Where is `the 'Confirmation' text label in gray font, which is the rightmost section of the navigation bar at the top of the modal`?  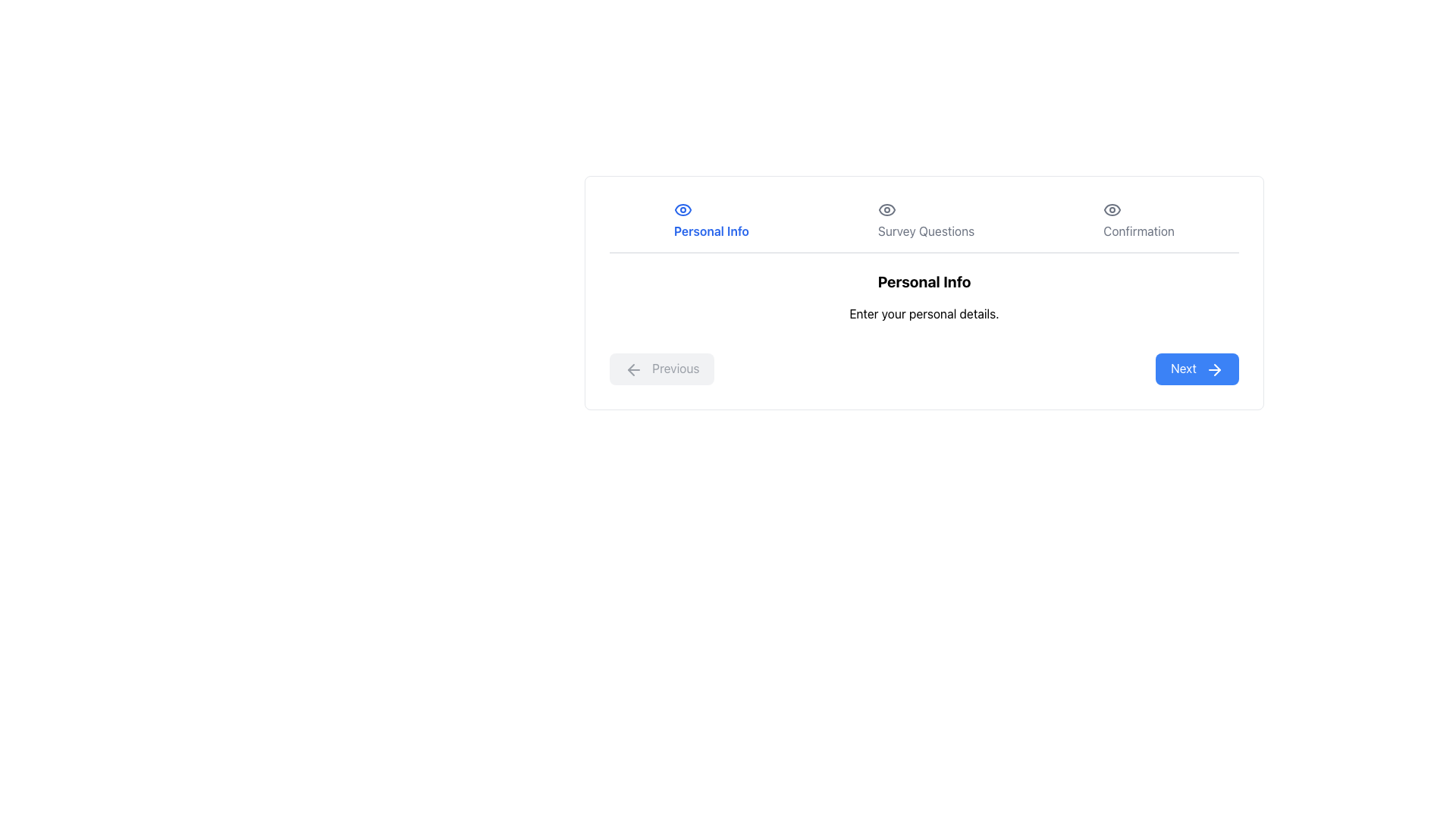
the 'Confirmation' text label in gray font, which is the rightmost section of the navigation bar at the top of the modal is located at coordinates (1139, 231).